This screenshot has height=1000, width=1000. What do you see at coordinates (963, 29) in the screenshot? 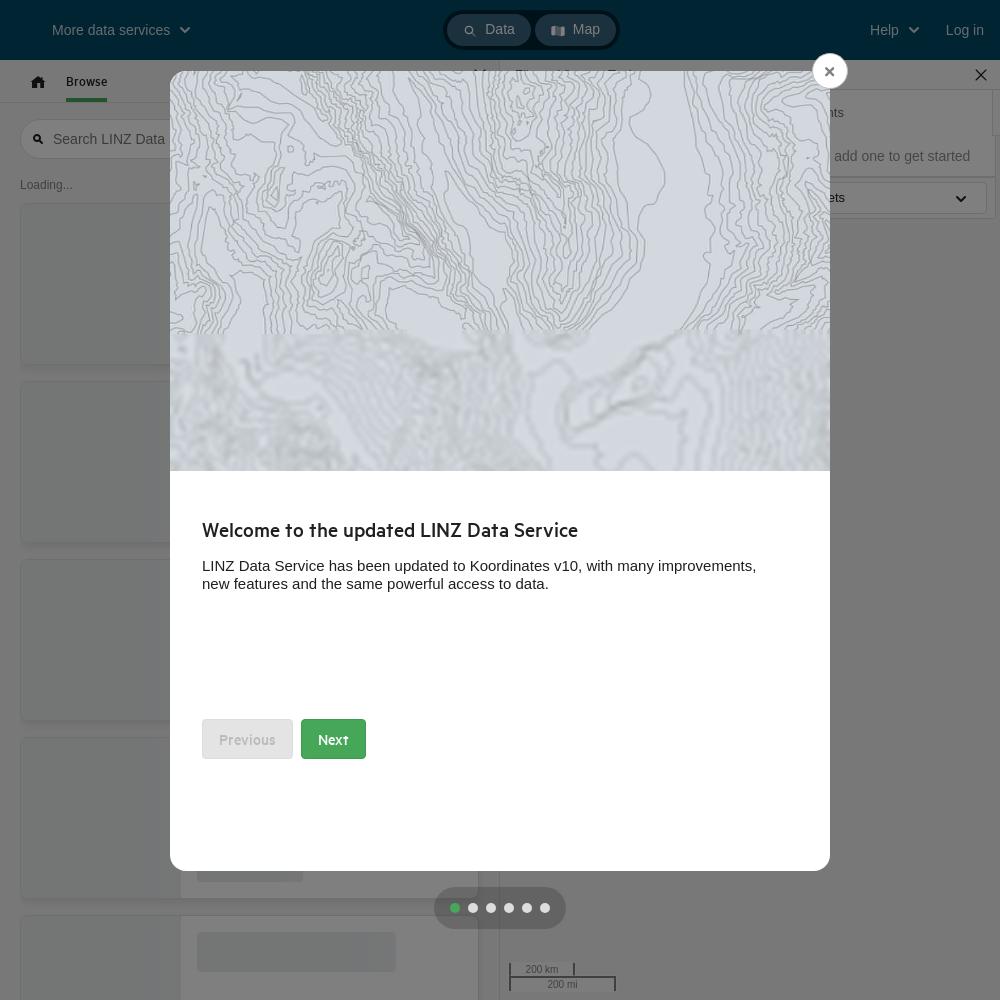
I see `'Log in'` at bounding box center [963, 29].